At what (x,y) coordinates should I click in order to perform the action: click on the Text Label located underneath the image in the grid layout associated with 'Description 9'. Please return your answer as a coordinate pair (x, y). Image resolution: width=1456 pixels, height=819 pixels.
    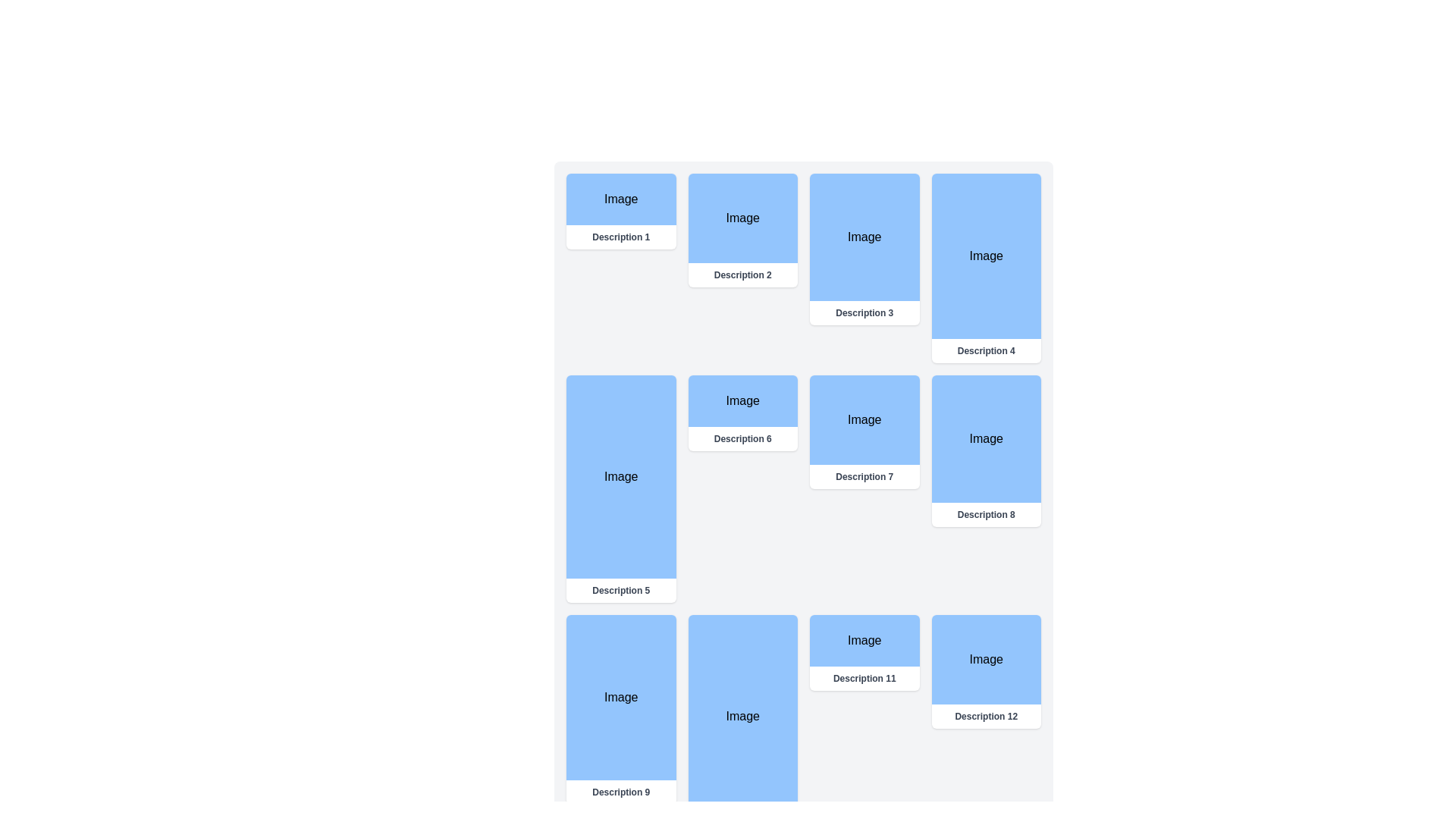
    Looking at the image, I should click on (621, 792).